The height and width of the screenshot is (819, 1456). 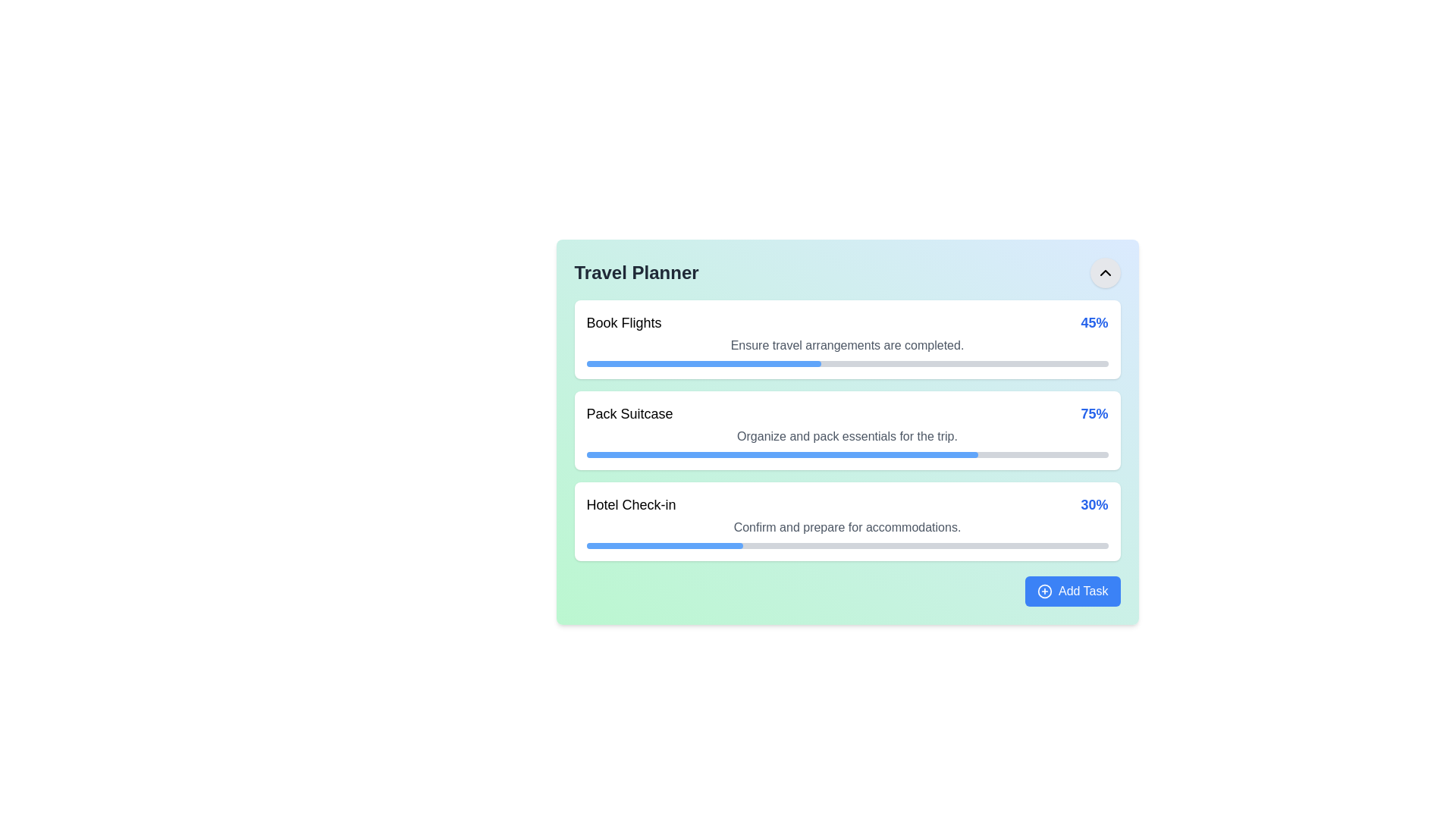 I want to click on the horizontal progress bar indicating 30% completion, located at the bottom of the 'Hotel Check-in' card, below the description text 'Confirm and prepare for accommodations.', so click(x=846, y=546).